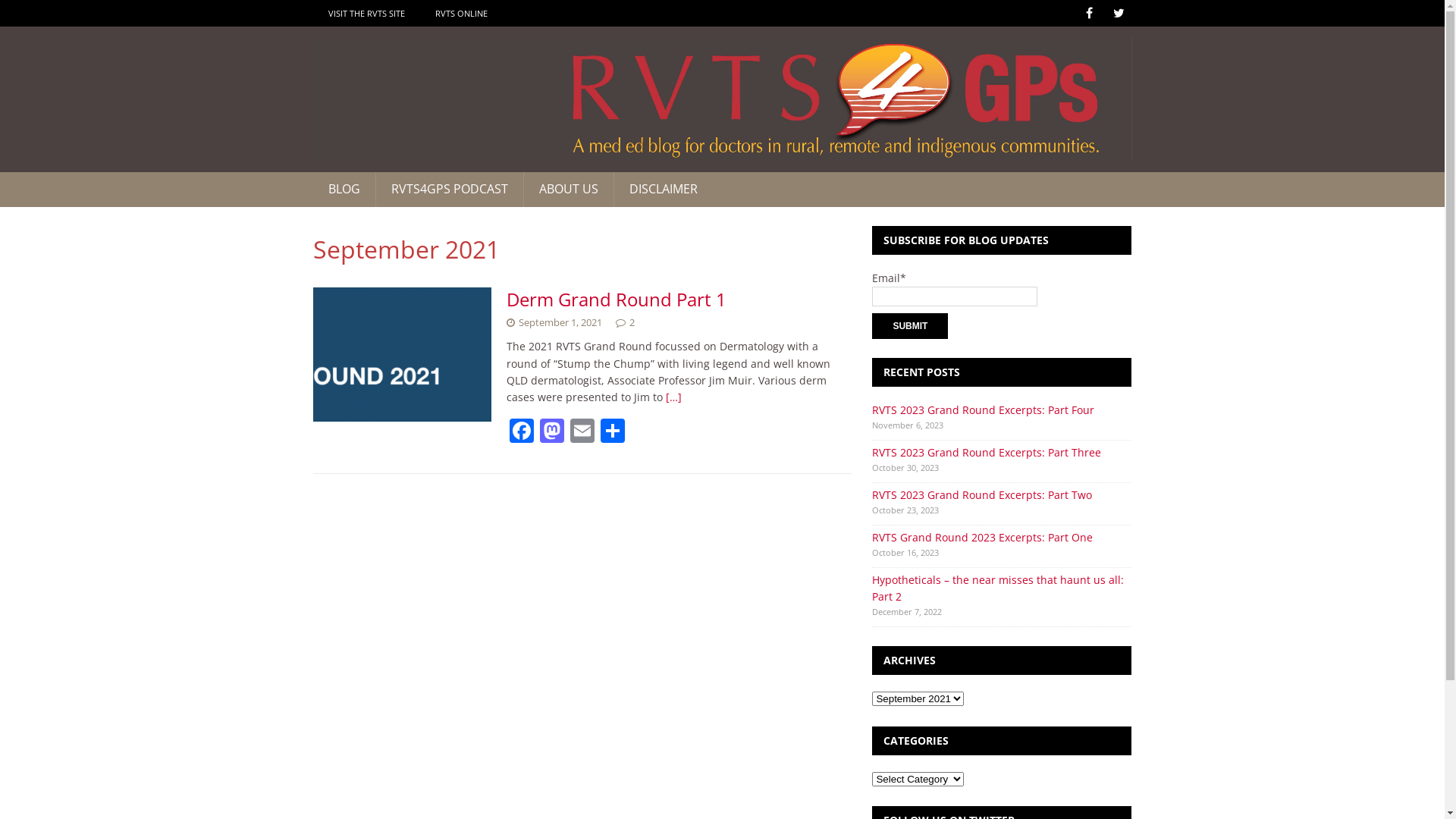 The width and height of the screenshot is (1456, 819). I want to click on 'Email', so click(582, 432).